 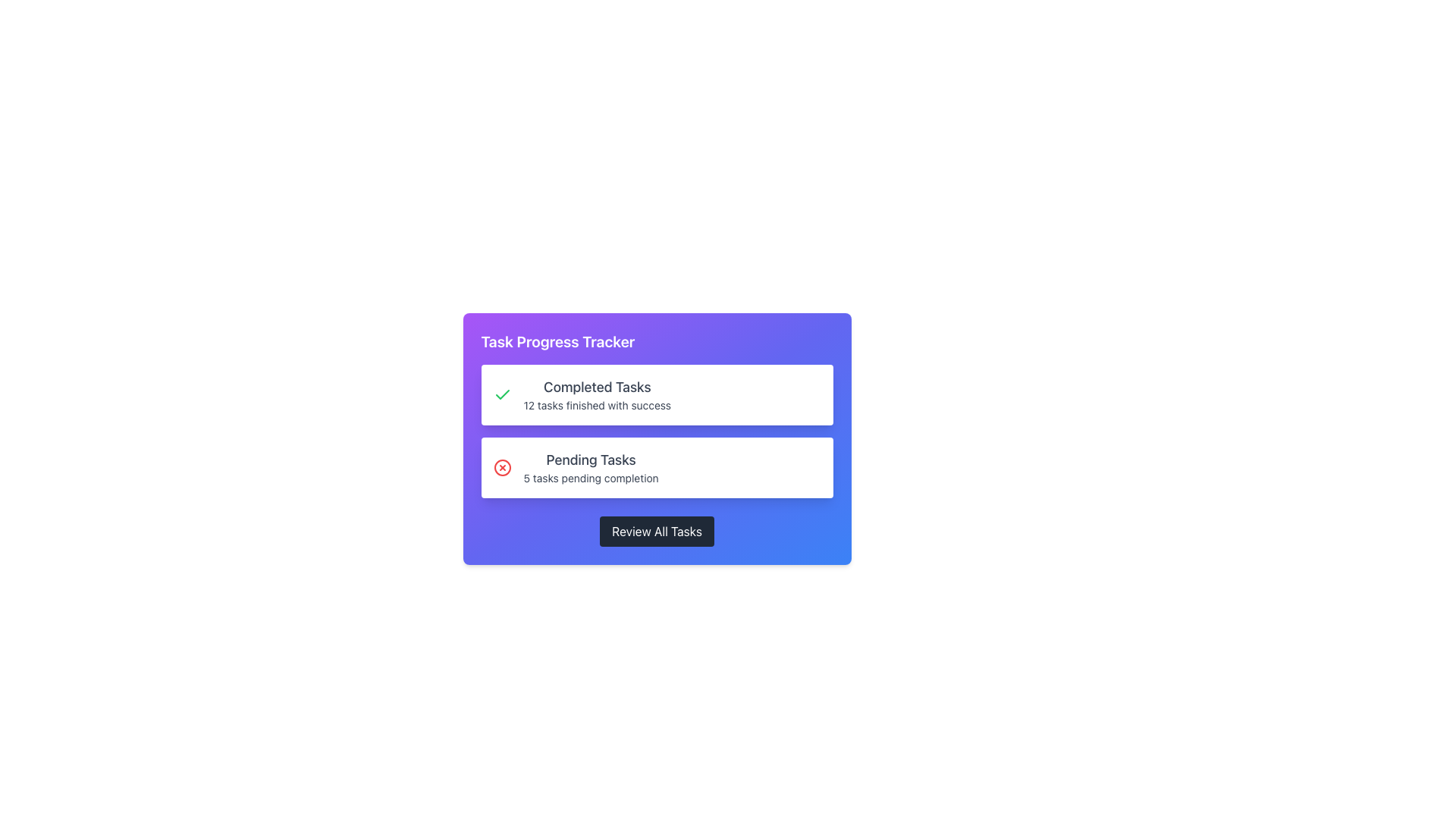 What do you see at coordinates (596, 405) in the screenshot?
I see `the text label that reads '12 tasks finished with success', which is located beneath the 'Completed Tasks' header and aligned centrally within a white box on a gradient purple background` at bounding box center [596, 405].